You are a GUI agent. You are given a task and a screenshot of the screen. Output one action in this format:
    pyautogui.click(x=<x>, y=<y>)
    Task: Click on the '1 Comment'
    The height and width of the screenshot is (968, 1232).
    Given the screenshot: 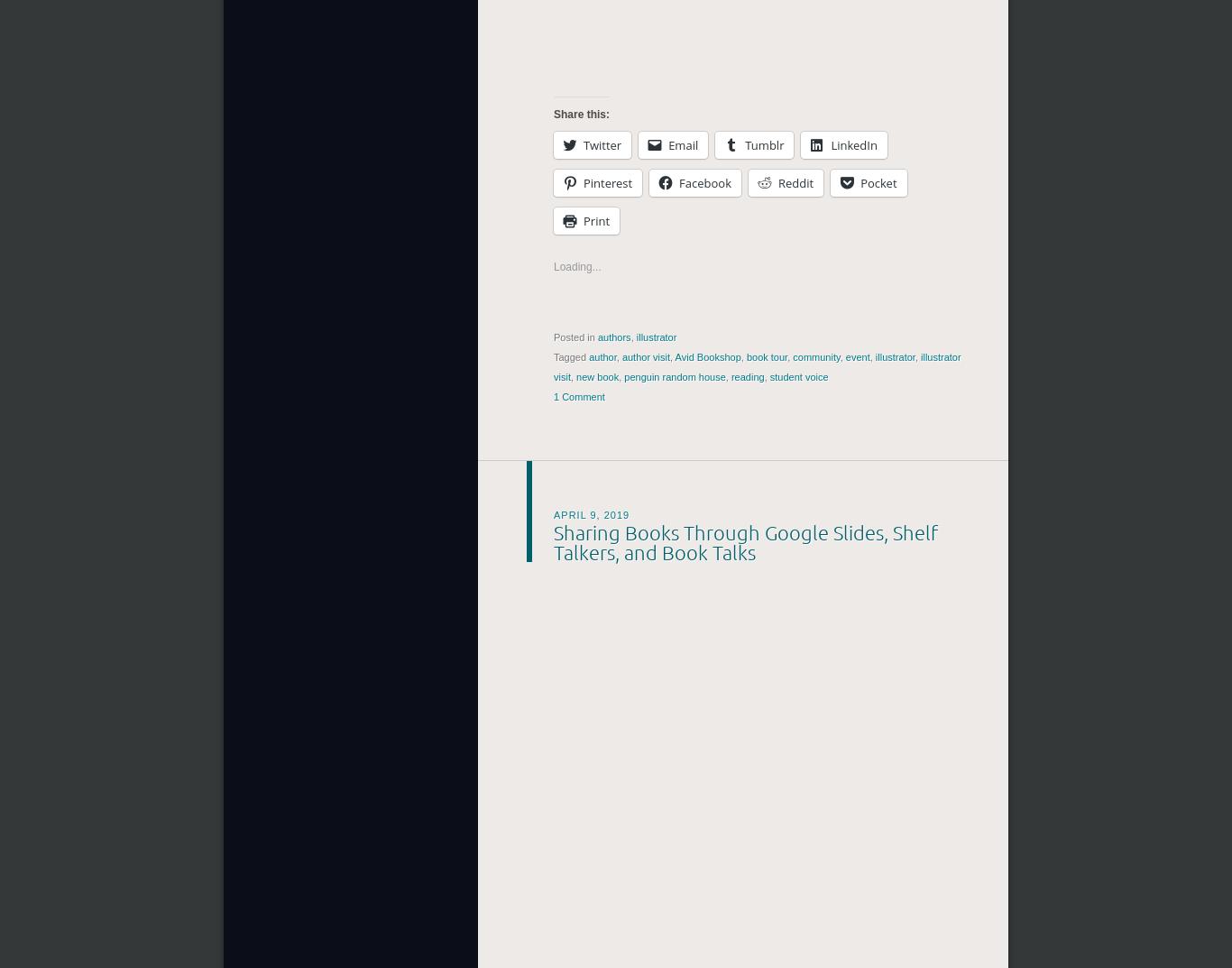 What is the action you would take?
    pyautogui.click(x=553, y=397)
    